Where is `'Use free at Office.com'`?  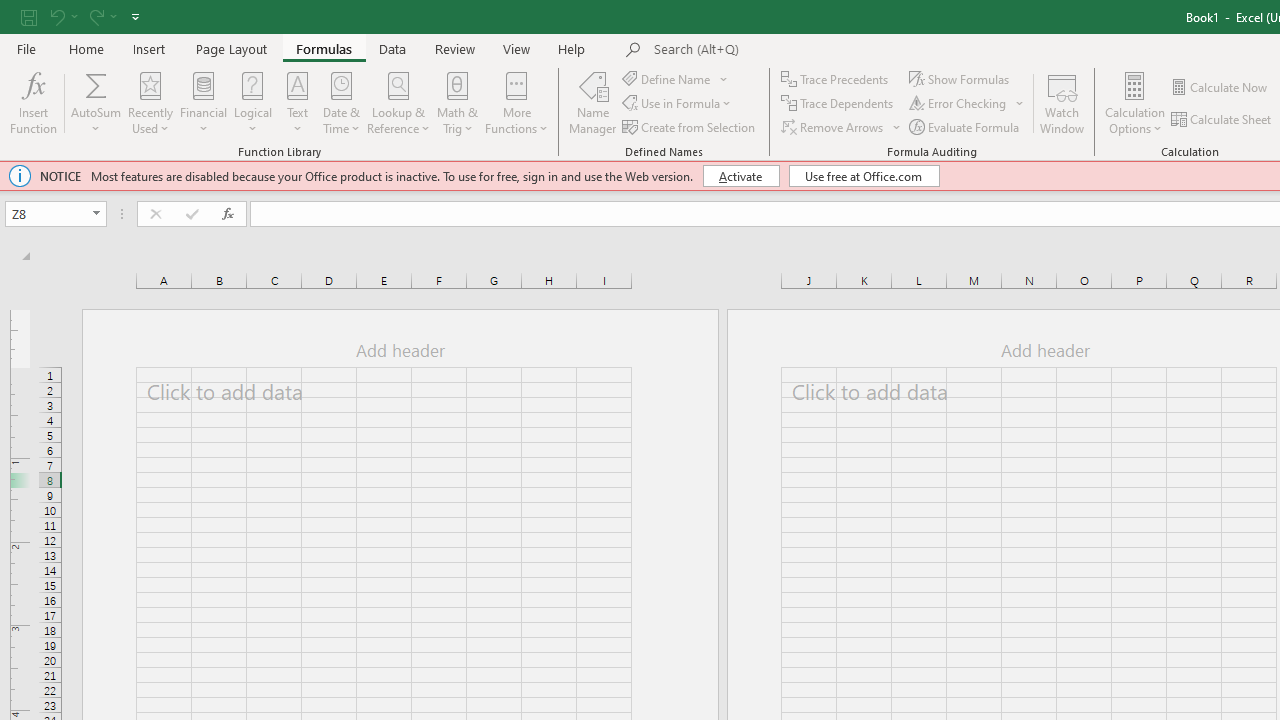 'Use free at Office.com' is located at coordinates (864, 175).